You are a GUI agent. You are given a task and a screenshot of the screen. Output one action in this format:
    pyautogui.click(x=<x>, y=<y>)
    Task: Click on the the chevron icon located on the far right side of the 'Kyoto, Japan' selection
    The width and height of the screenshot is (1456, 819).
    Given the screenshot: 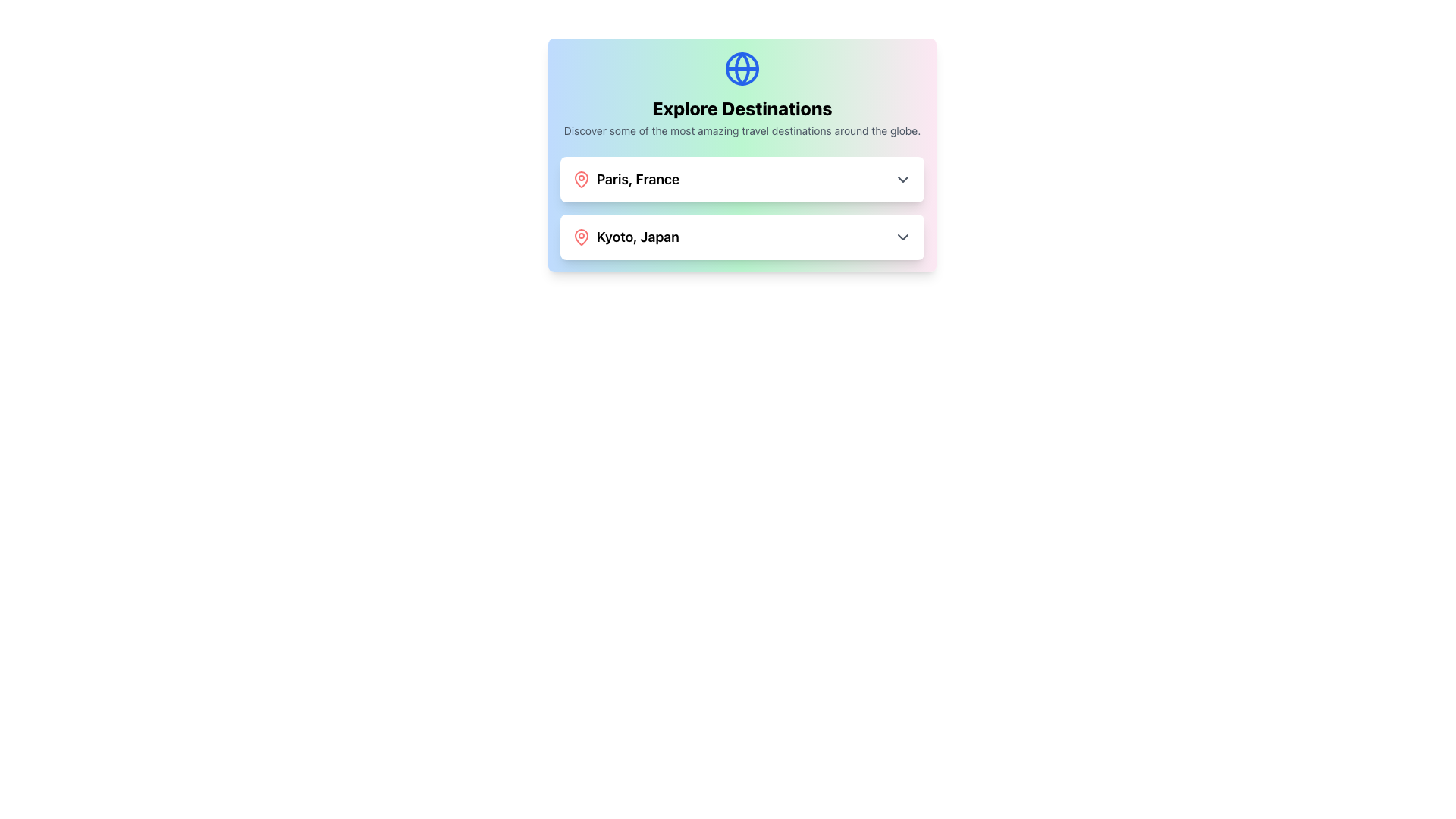 What is the action you would take?
    pyautogui.click(x=902, y=237)
    